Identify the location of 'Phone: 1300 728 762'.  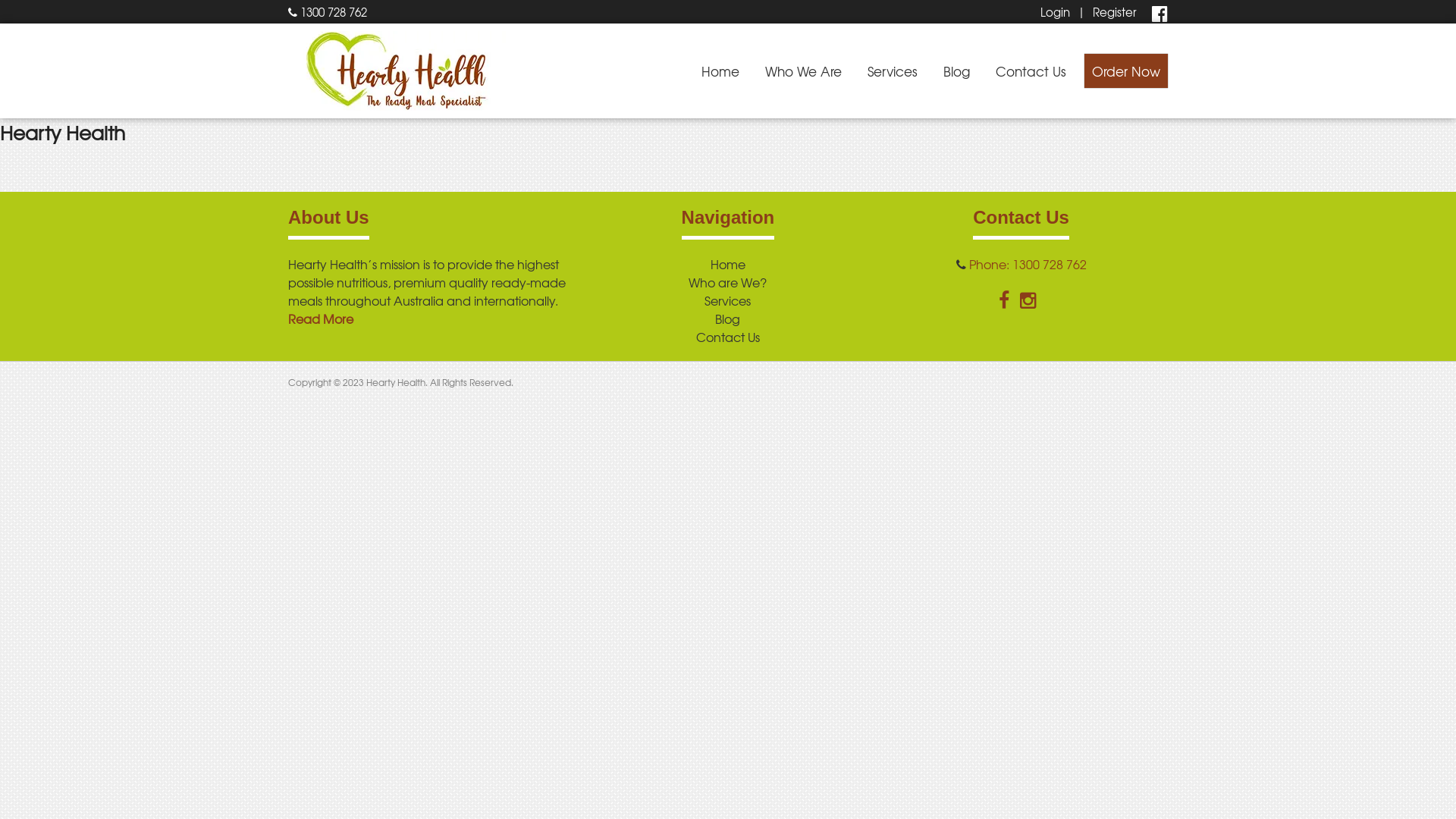
(1028, 262).